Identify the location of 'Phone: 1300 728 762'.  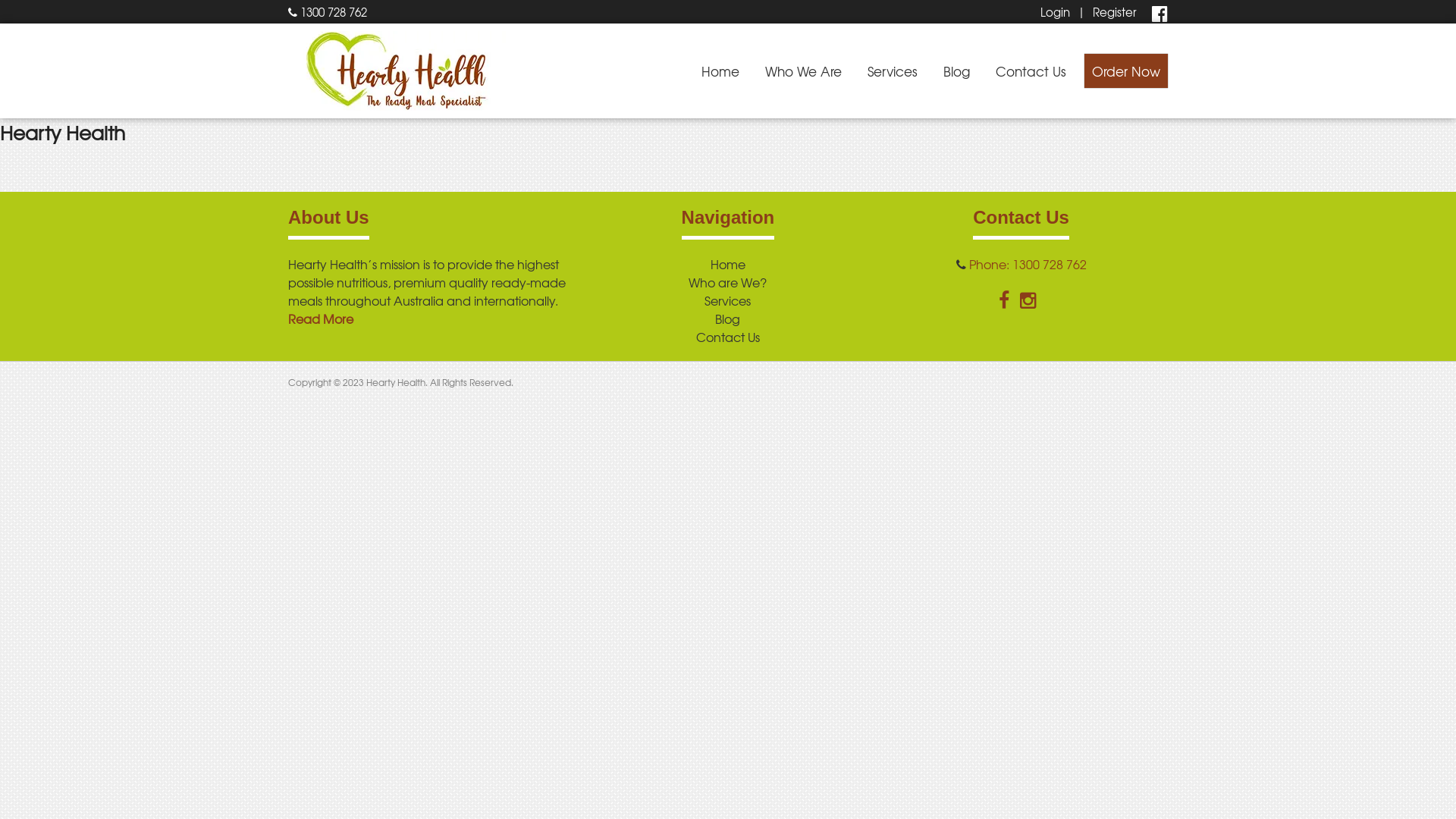
(1028, 262).